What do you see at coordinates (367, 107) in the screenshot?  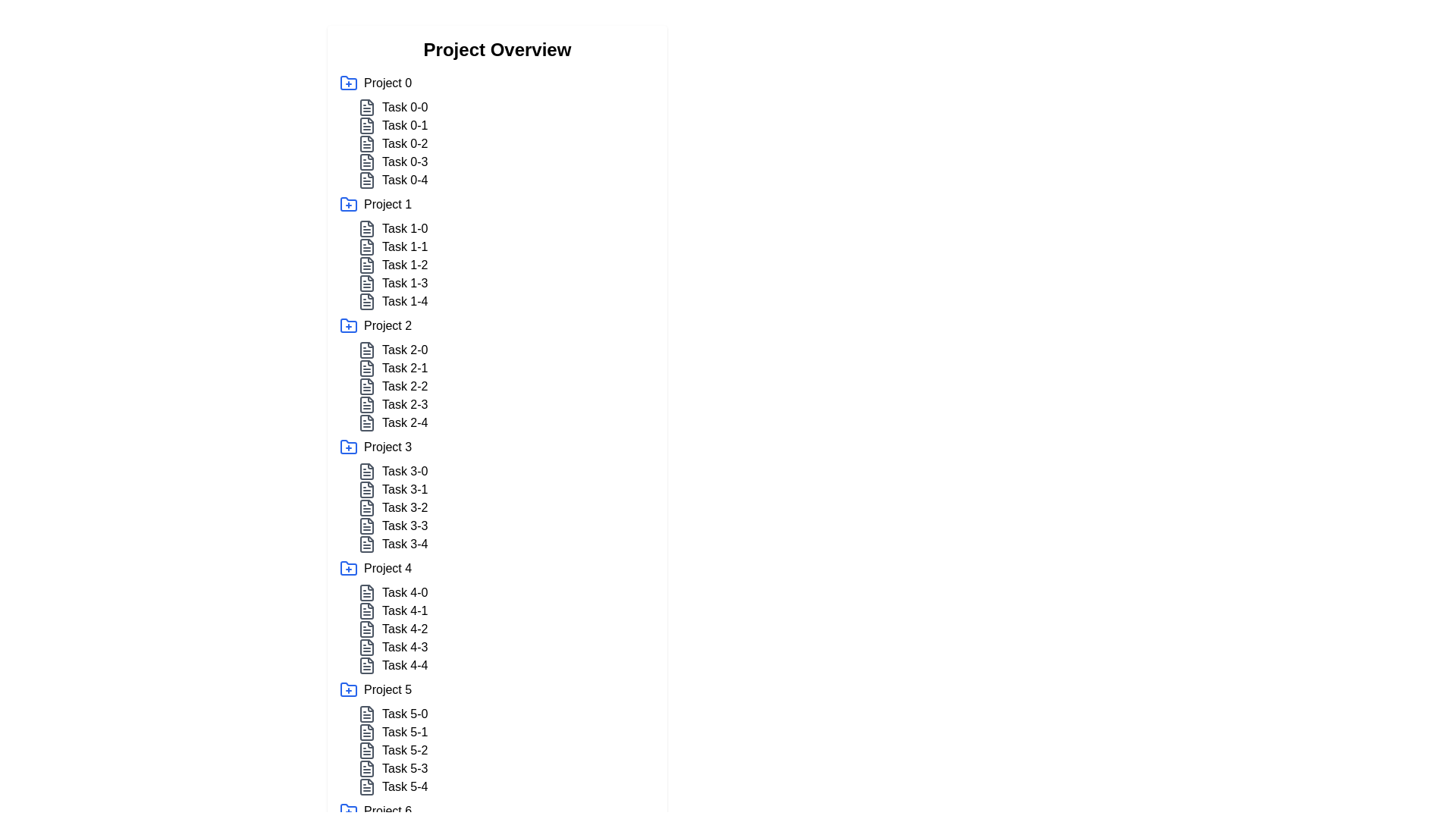 I see `the small dark gray document icon with a folded corner located to the left of the text 'Task 0-0' under 'Project 0'` at bounding box center [367, 107].